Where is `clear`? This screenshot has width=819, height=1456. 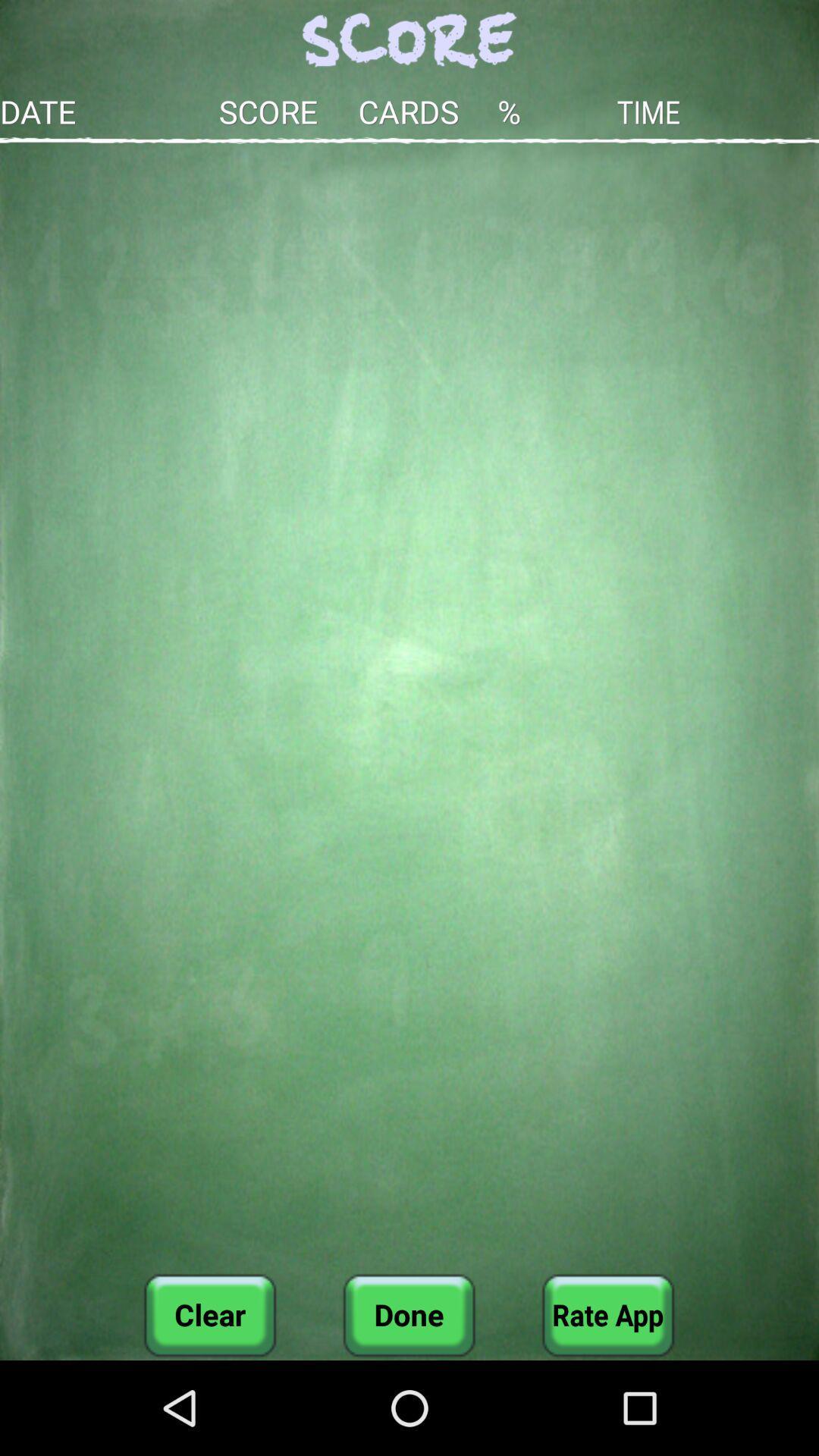 clear is located at coordinates (210, 1314).